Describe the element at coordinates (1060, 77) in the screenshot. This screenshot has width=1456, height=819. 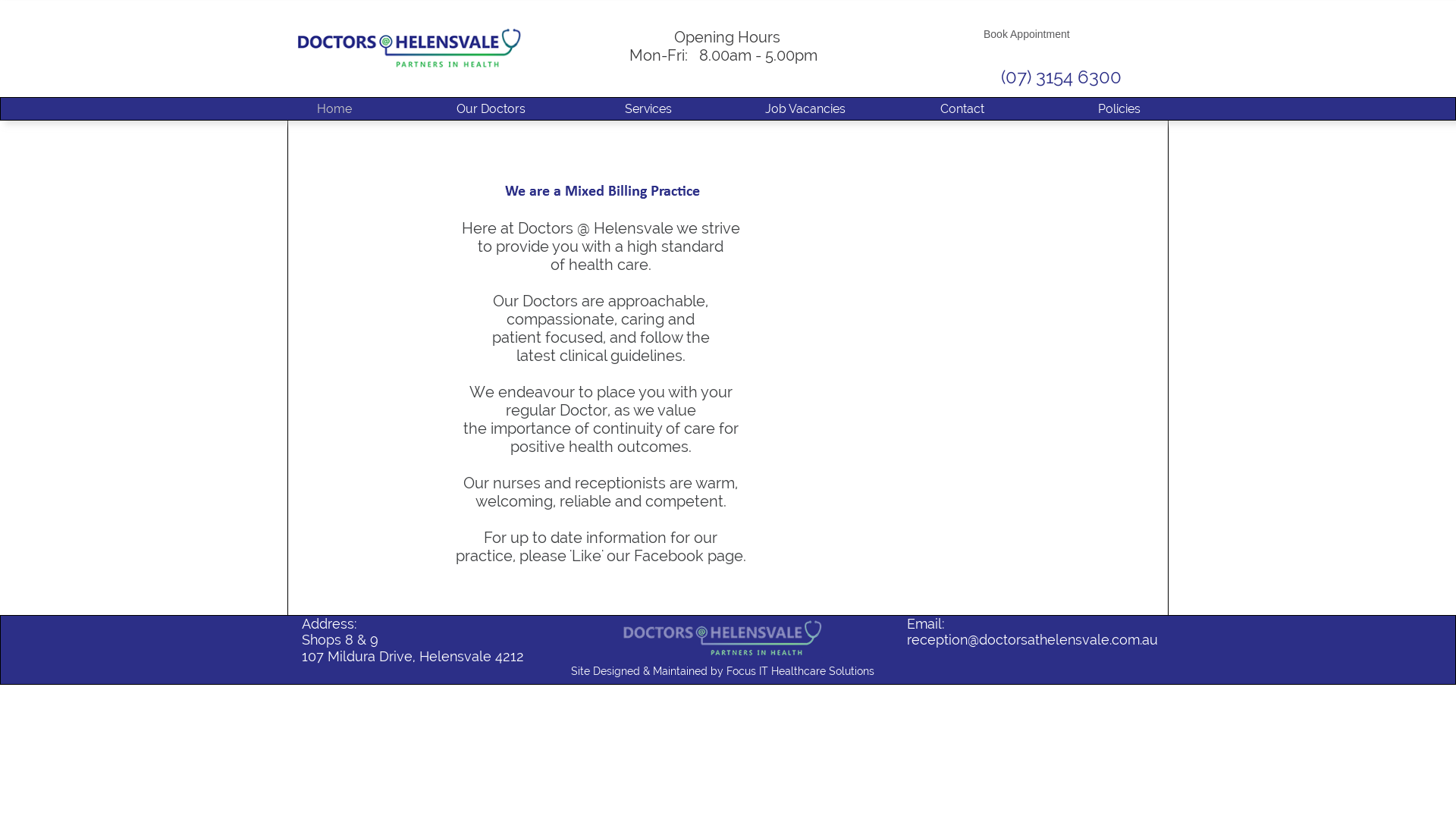
I see `'(07) 3154 6300'` at that location.